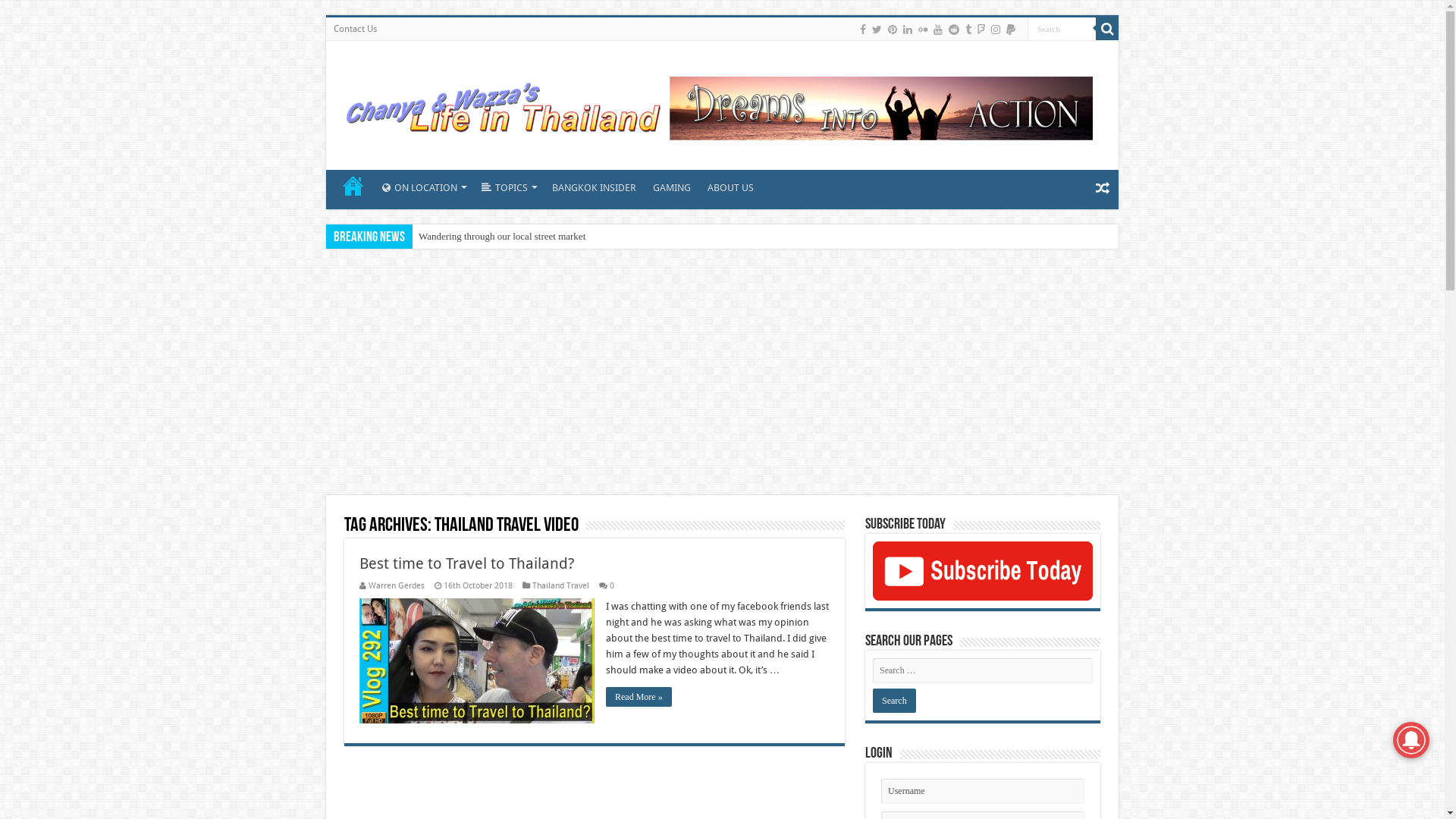 The image size is (1456, 819). I want to click on 'Contact Us', so click(354, 29).